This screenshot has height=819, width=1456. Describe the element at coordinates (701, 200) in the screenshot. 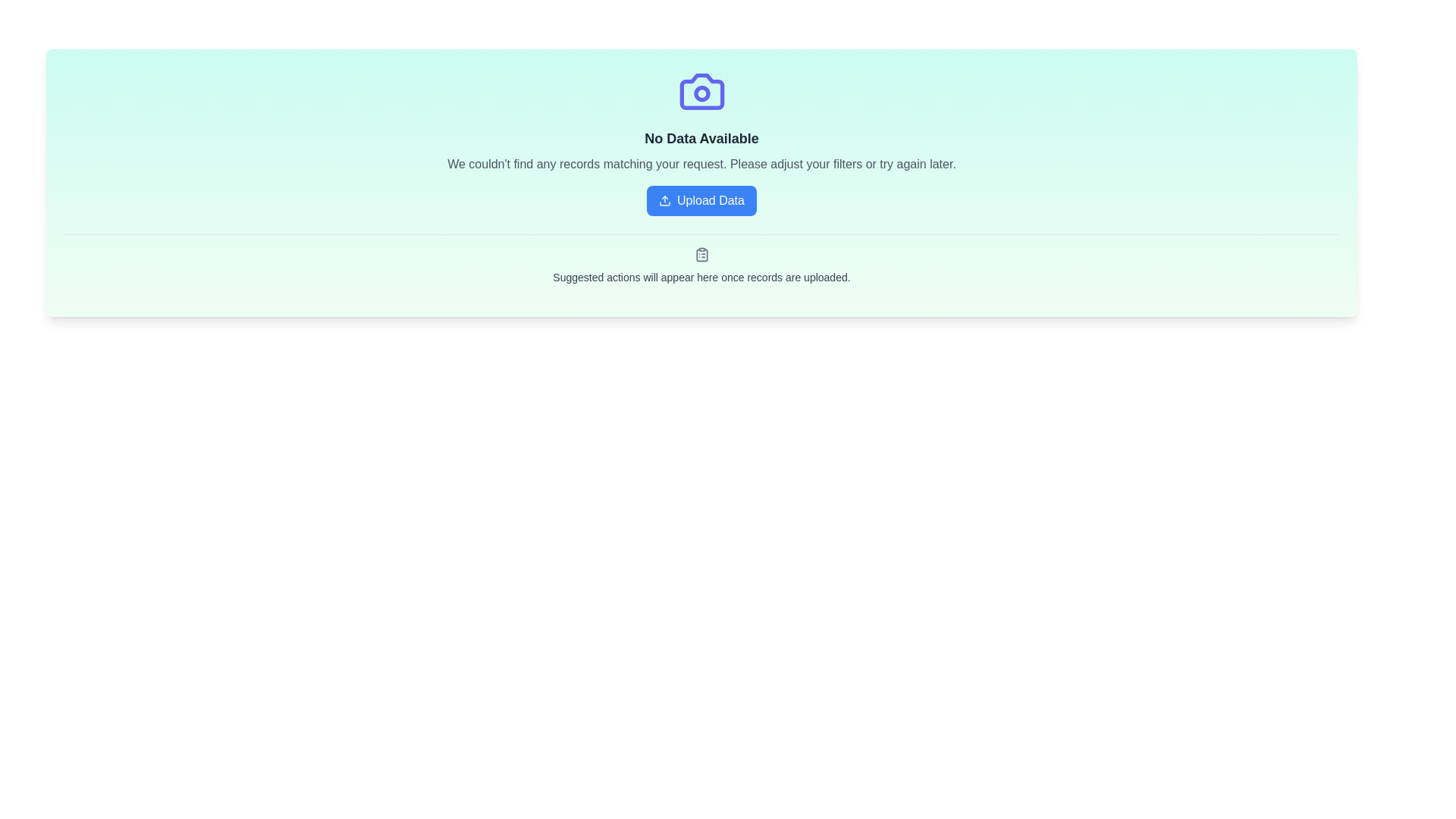

I see `the 'Upload Data' button, which is a rectangular button with a bright blue background and white text, located below the message about records and above the suggested actions text` at that location.